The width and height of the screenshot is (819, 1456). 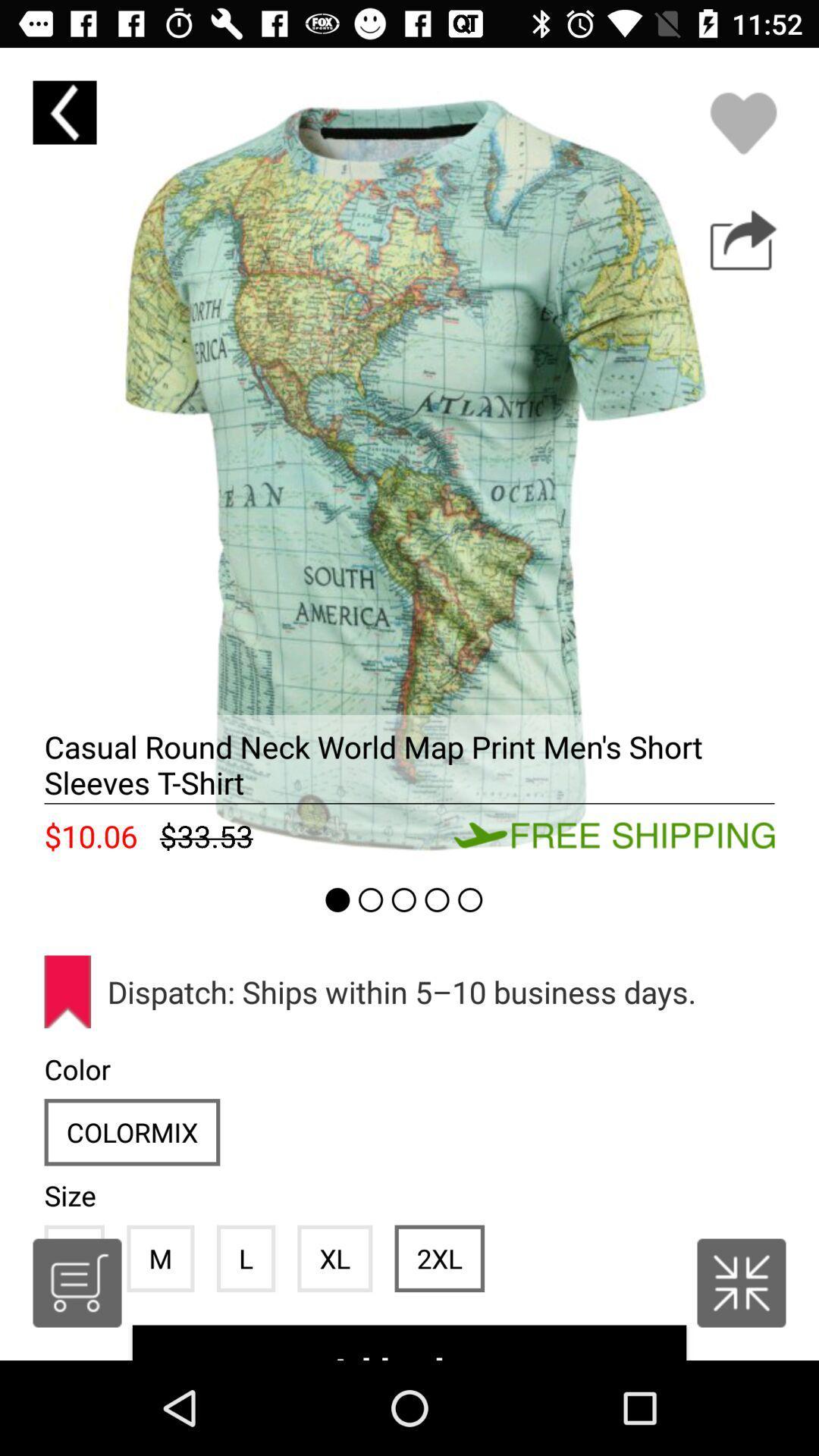 What do you see at coordinates (64, 111) in the screenshot?
I see `to previous page` at bounding box center [64, 111].